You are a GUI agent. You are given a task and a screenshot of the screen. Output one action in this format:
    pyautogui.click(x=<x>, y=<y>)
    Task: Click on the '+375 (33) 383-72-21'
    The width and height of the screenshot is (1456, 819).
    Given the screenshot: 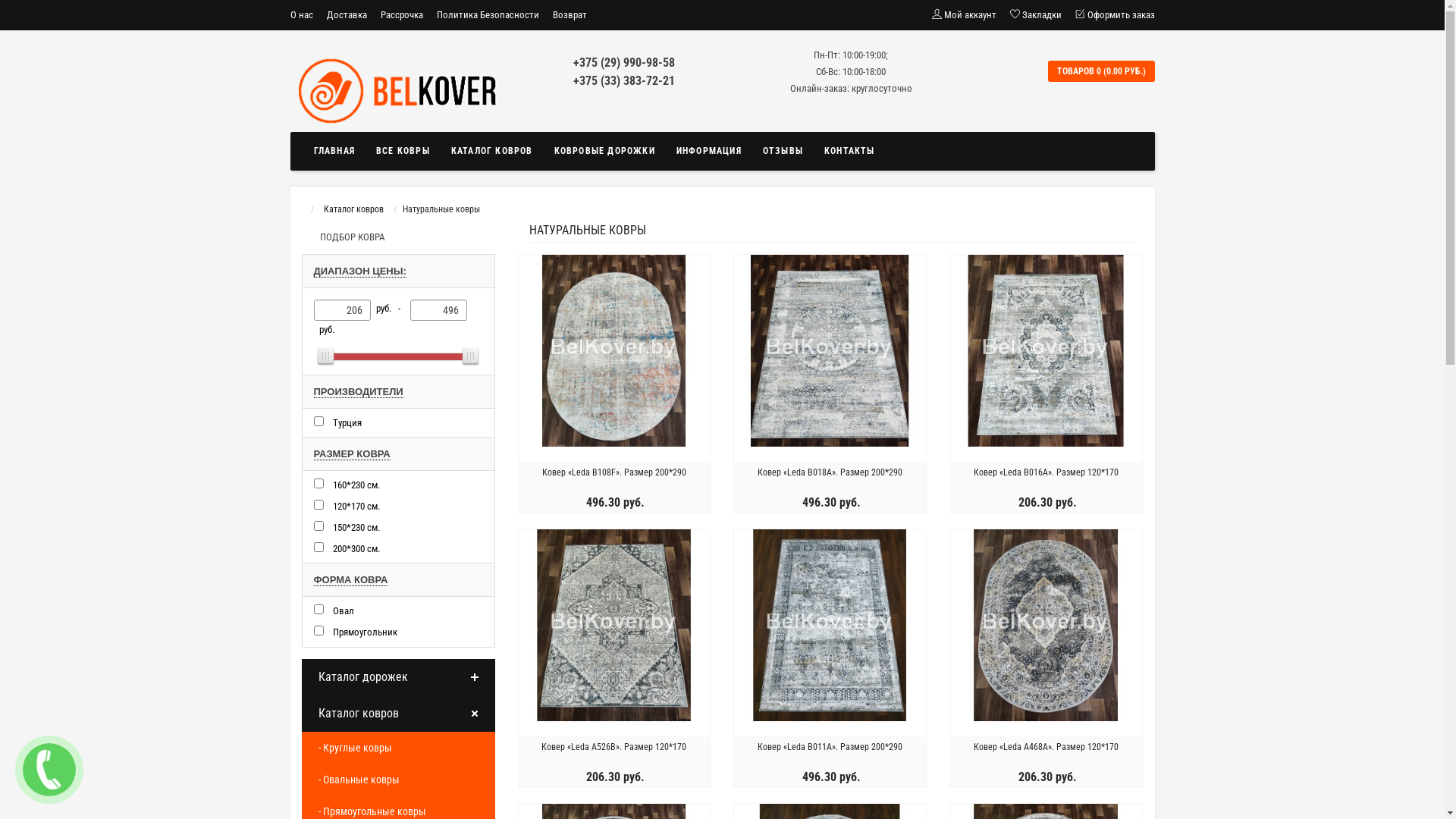 What is the action you would take?
    pyautogui.click(x=572, y=80)
    